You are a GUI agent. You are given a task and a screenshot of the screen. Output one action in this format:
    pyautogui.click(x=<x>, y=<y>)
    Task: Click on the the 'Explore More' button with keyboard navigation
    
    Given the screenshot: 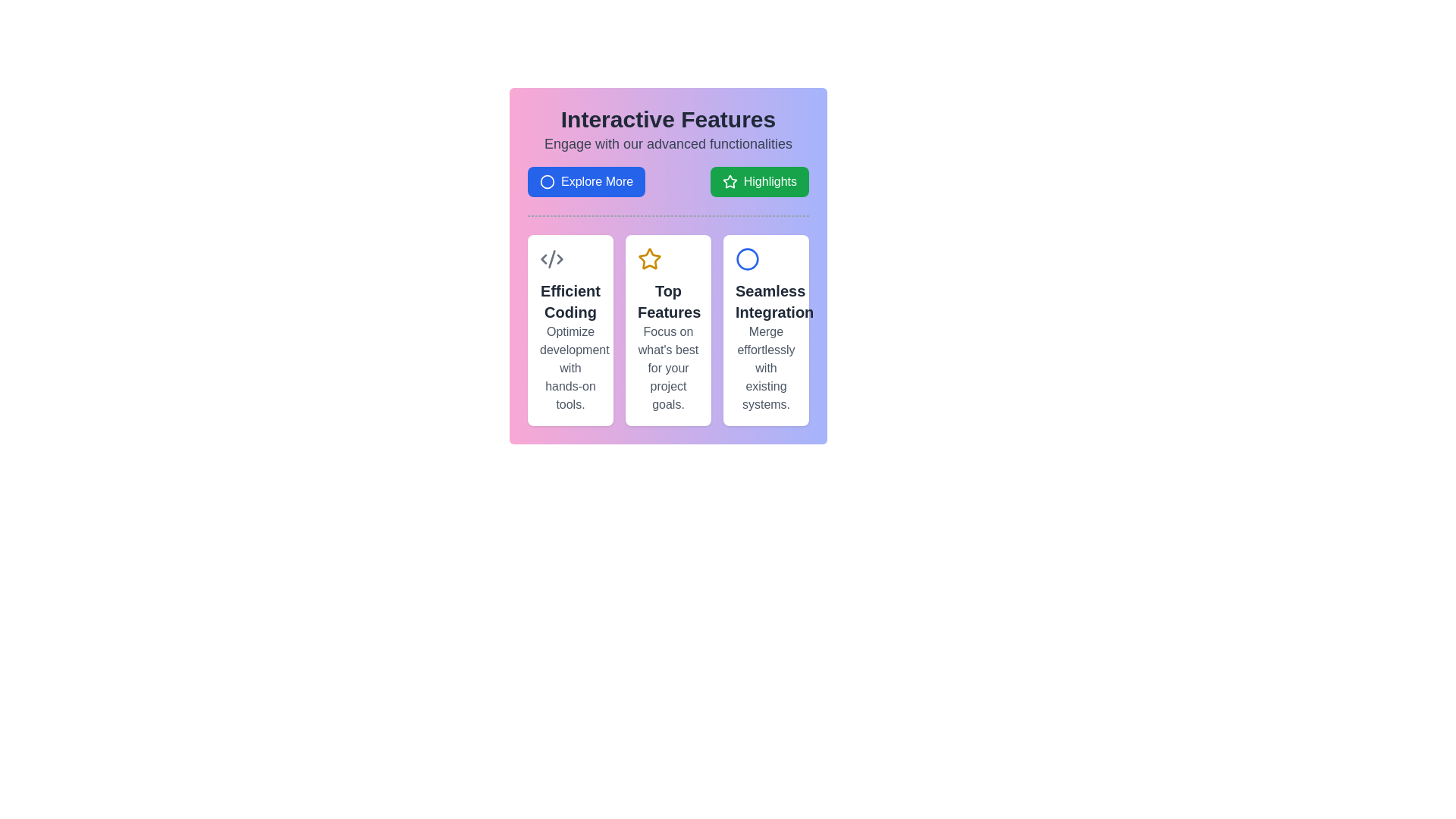 What is the action you would take?
    pyautogui.click(x=585, y=180)
    